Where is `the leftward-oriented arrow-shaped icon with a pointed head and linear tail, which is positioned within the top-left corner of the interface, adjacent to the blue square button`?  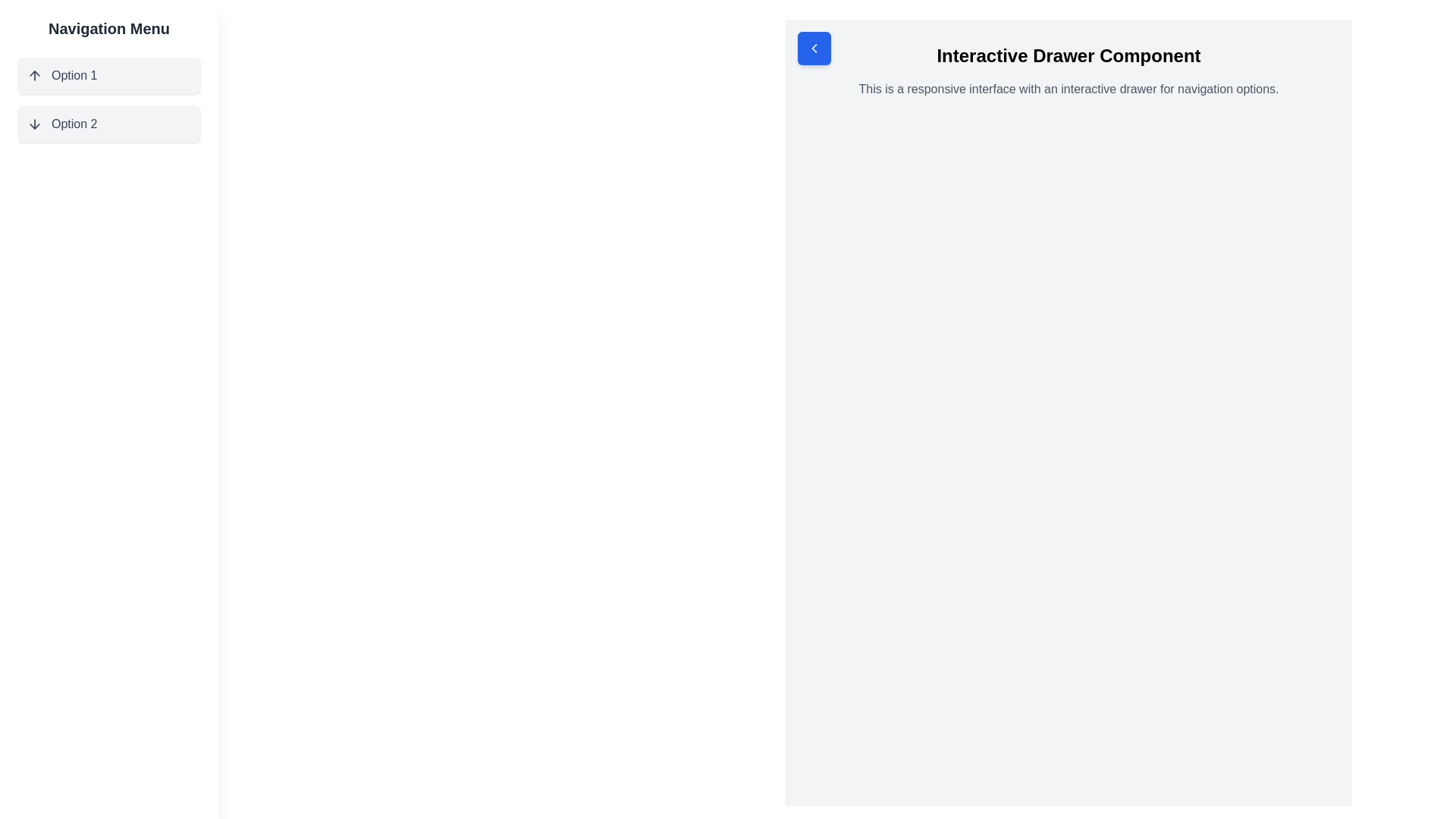 the leftward-oriented arrow-shaped icon with a pointed head and linear tail, which is positioned within the top-left corner of the interface, adjacent to the blue square button is located at coordinates (814, 48).